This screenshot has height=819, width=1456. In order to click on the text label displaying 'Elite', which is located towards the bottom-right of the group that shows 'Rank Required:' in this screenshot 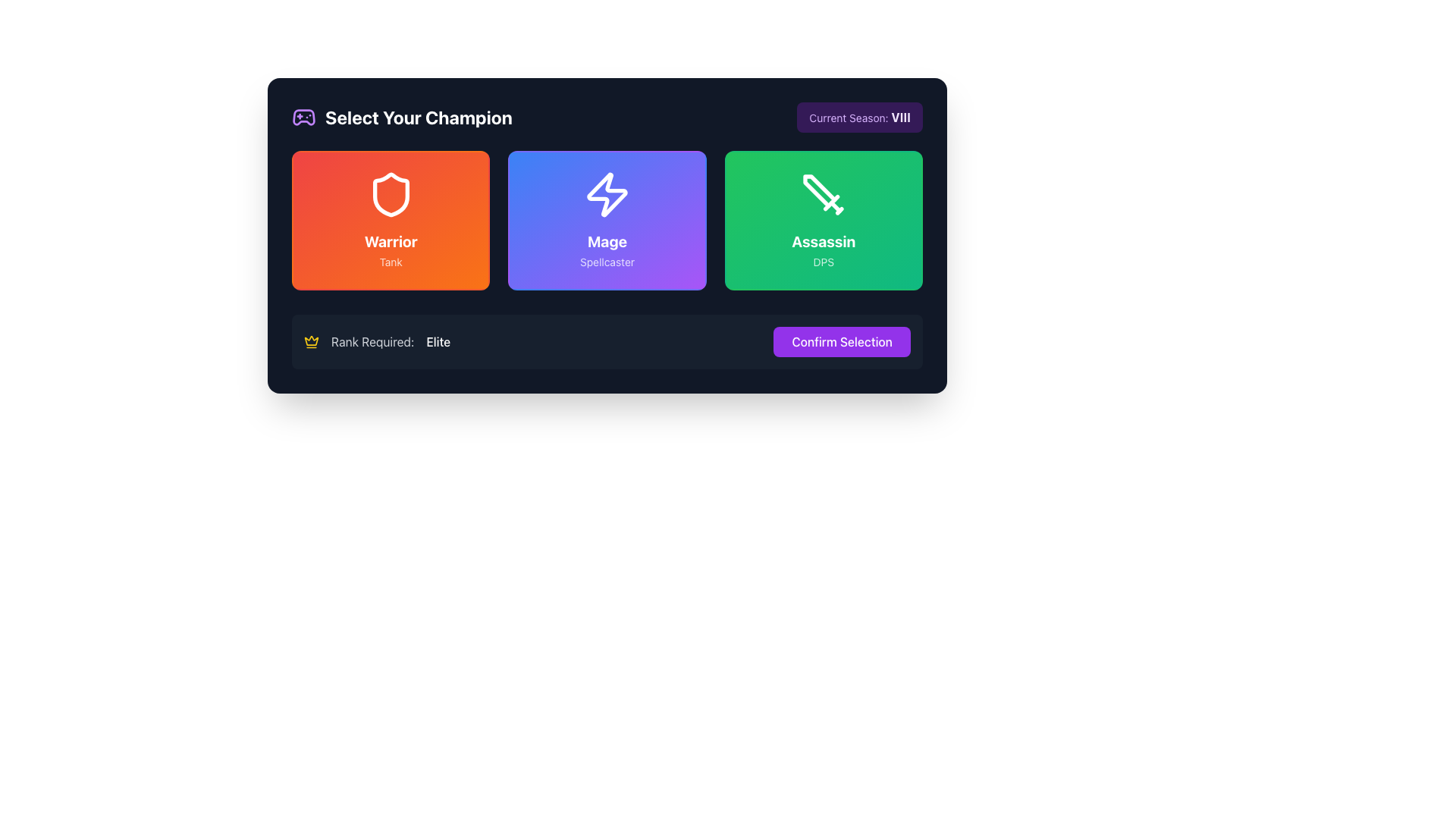, I will do `click(438, 342)`.